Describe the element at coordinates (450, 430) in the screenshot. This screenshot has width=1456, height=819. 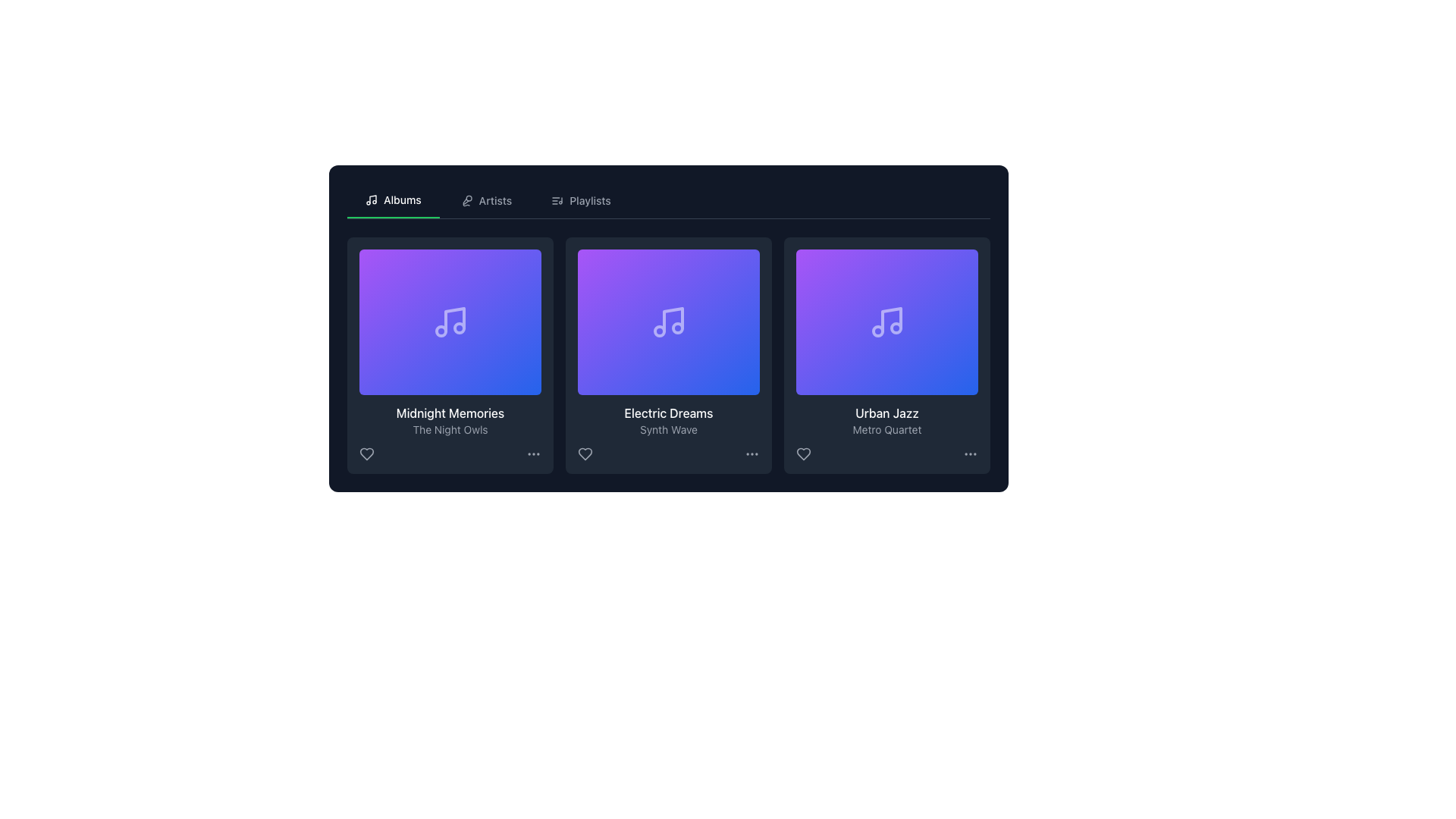
I see `the displayed text of the subtitle located beneath 'Midnight Memories' in the leftmost rectangular card` at that location.